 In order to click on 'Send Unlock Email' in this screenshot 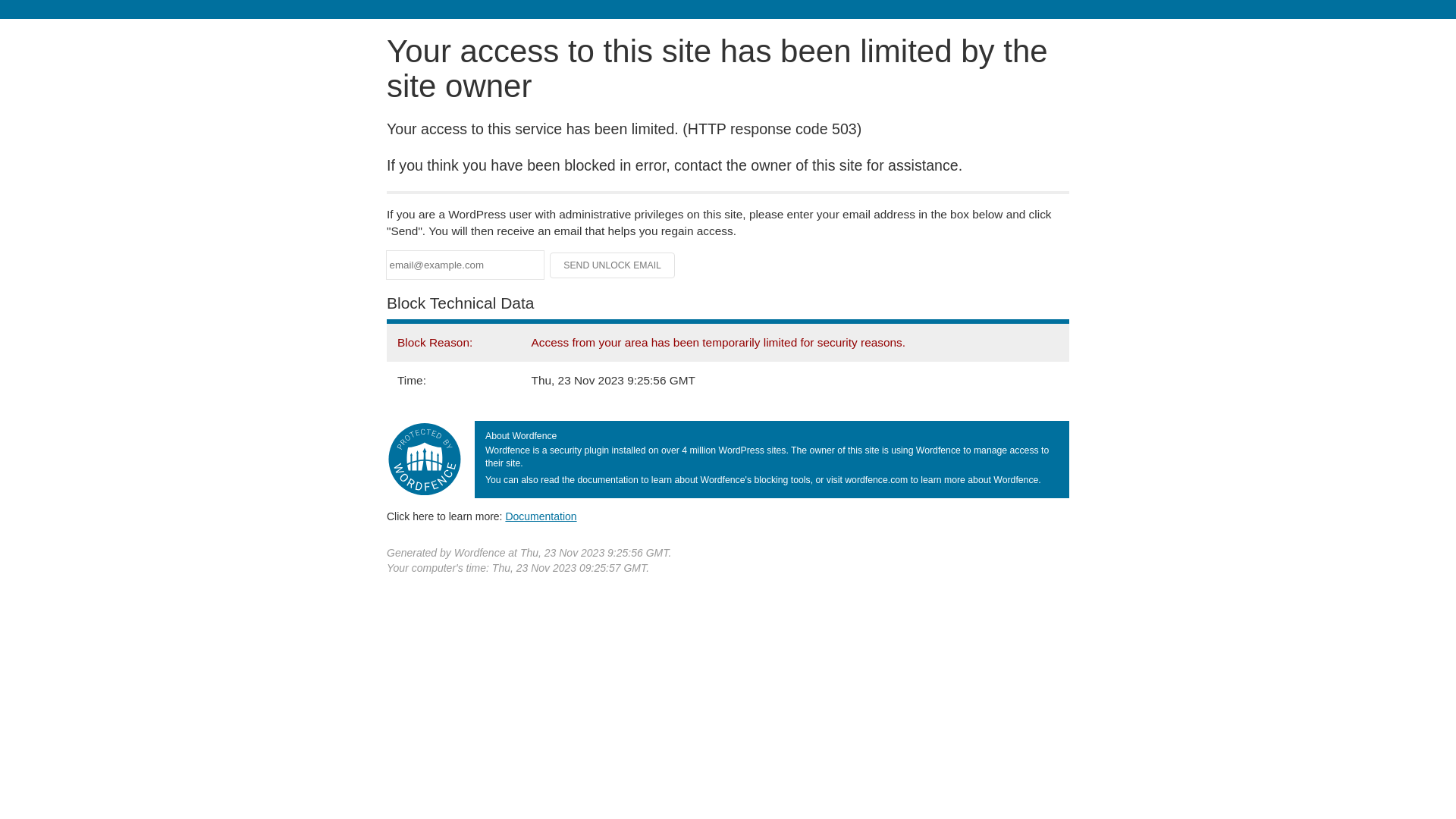, I will do `click(612, 265)`.